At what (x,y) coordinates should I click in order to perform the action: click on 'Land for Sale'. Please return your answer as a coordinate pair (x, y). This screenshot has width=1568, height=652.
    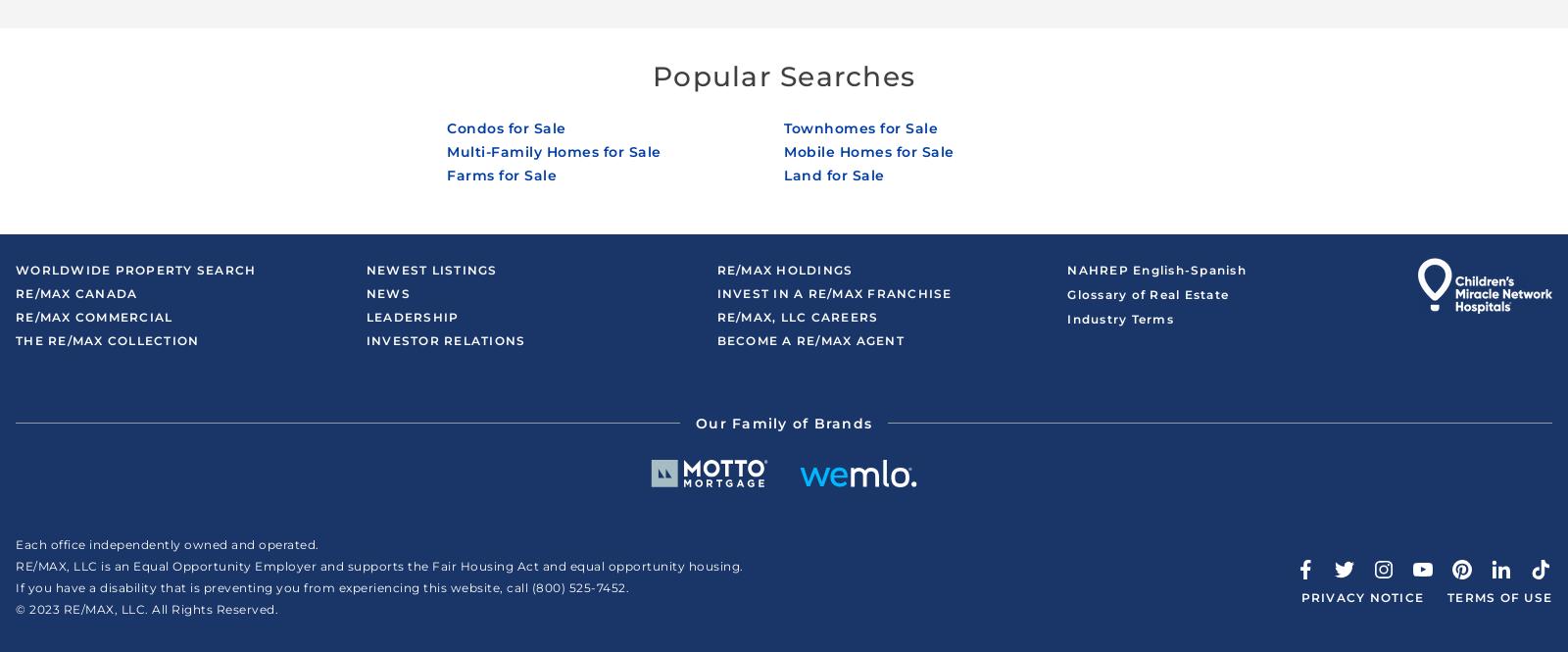
    Looking at the image, I should click on (784, 175).